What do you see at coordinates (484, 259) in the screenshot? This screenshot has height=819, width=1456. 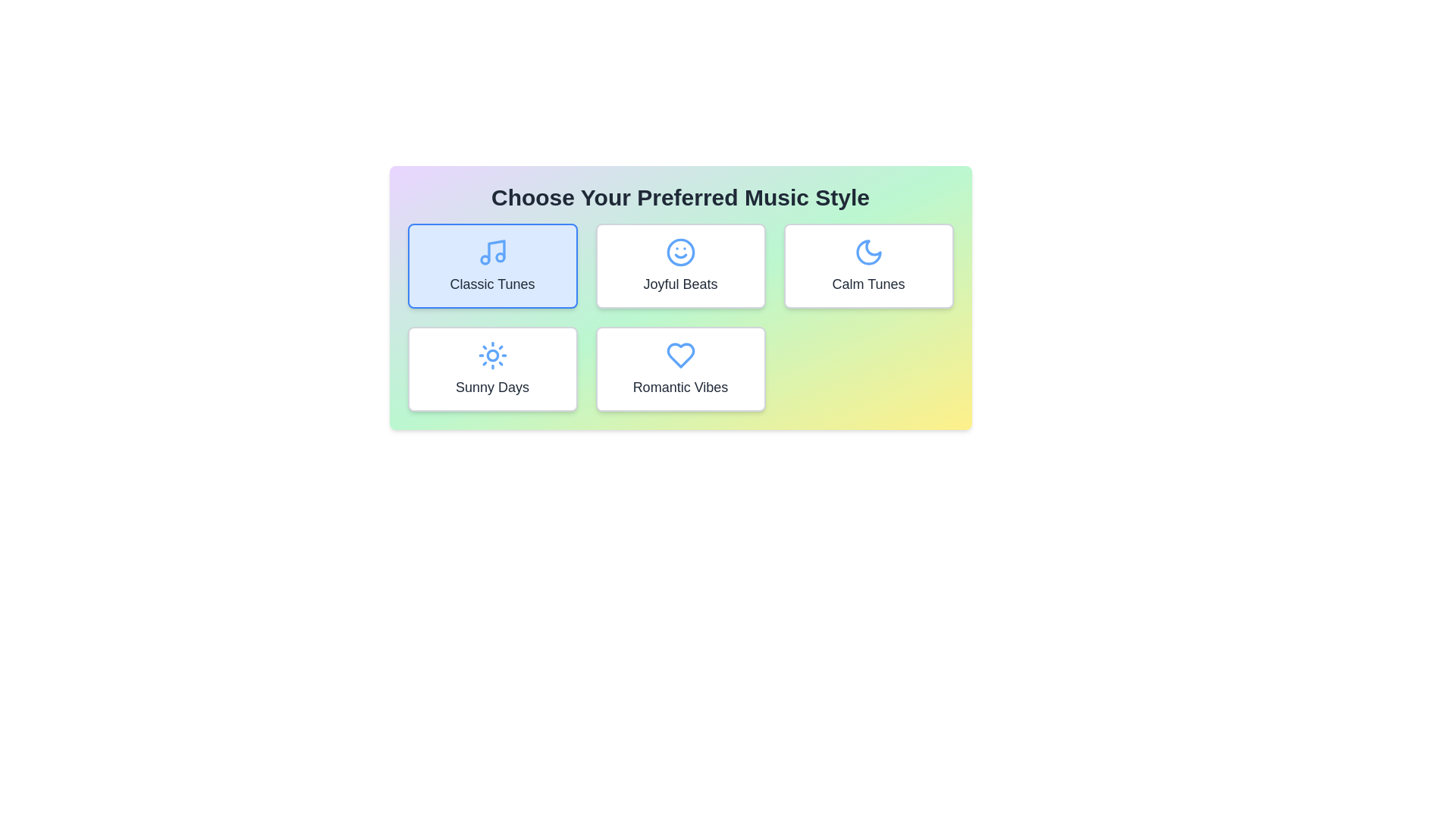 I see `the graphical shape within the musical note icon associated with the 'Classic Tunes' option located at the top-left of the interface` at bounding box center [484, 259].